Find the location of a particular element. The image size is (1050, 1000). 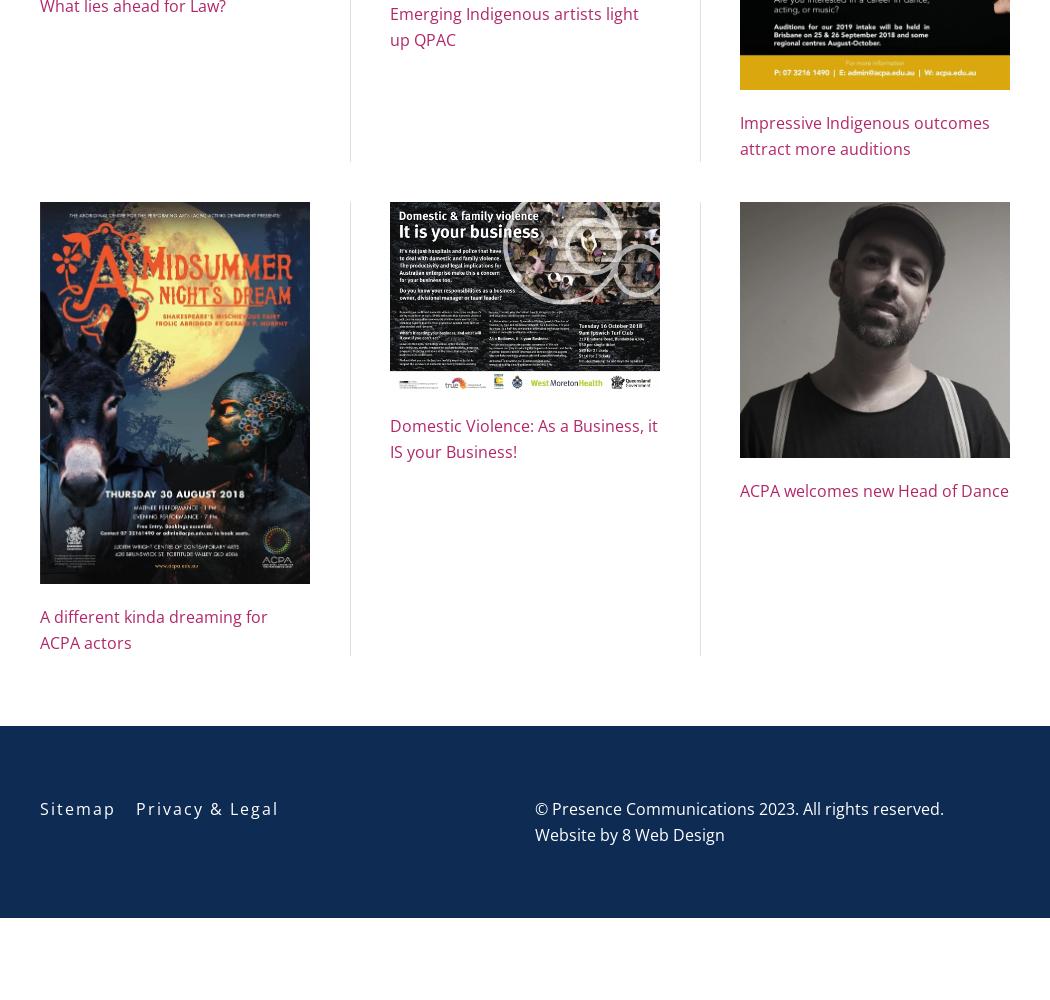

'Website by' is located at coordinates (577, 833).